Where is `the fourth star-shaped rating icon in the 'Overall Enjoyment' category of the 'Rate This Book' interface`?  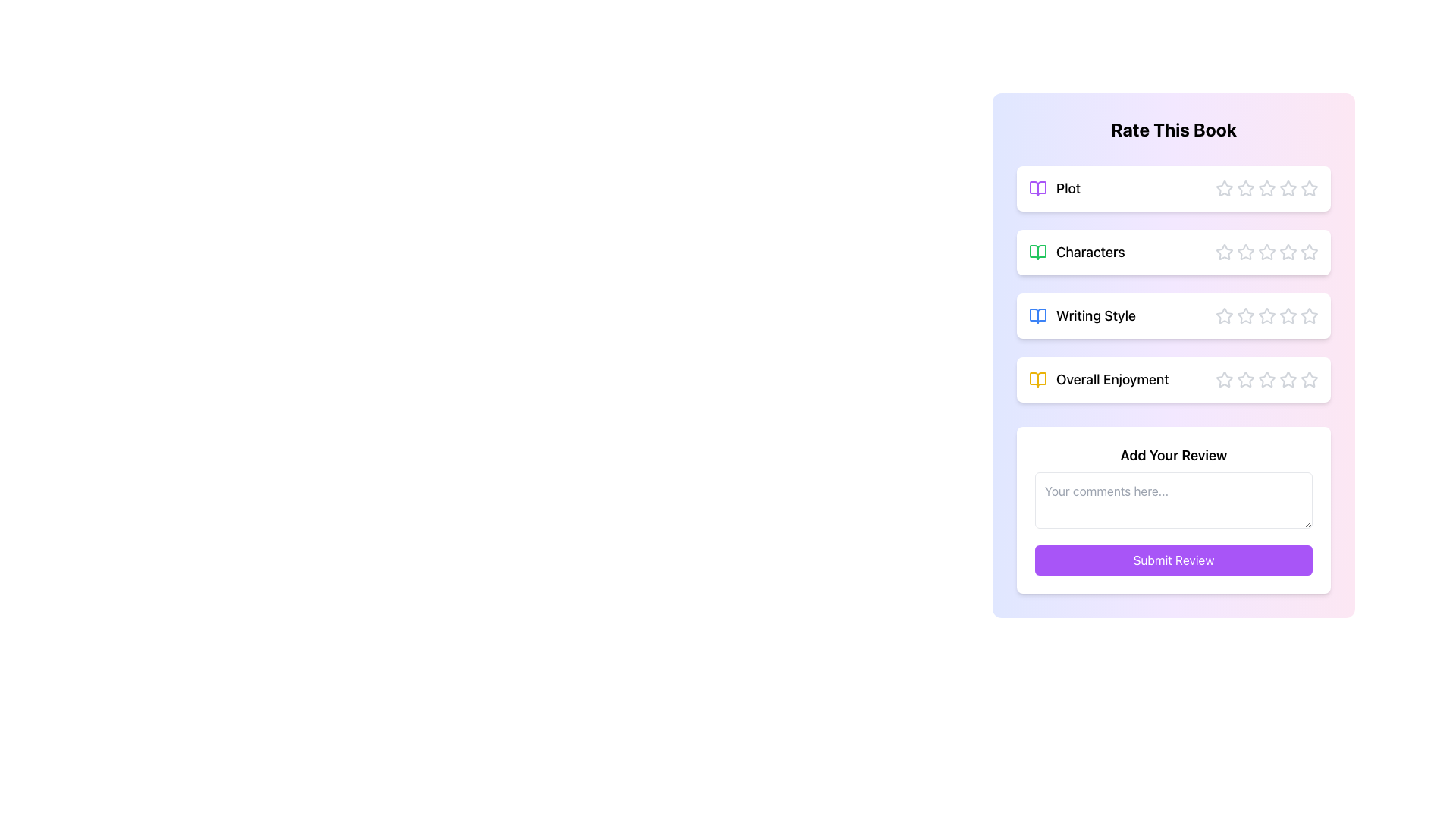 the fourth star-shaped rating icon in the 'Overall Enjoyment' category of the 'Rate This Book' interface is located at coordinates (1266, 378).